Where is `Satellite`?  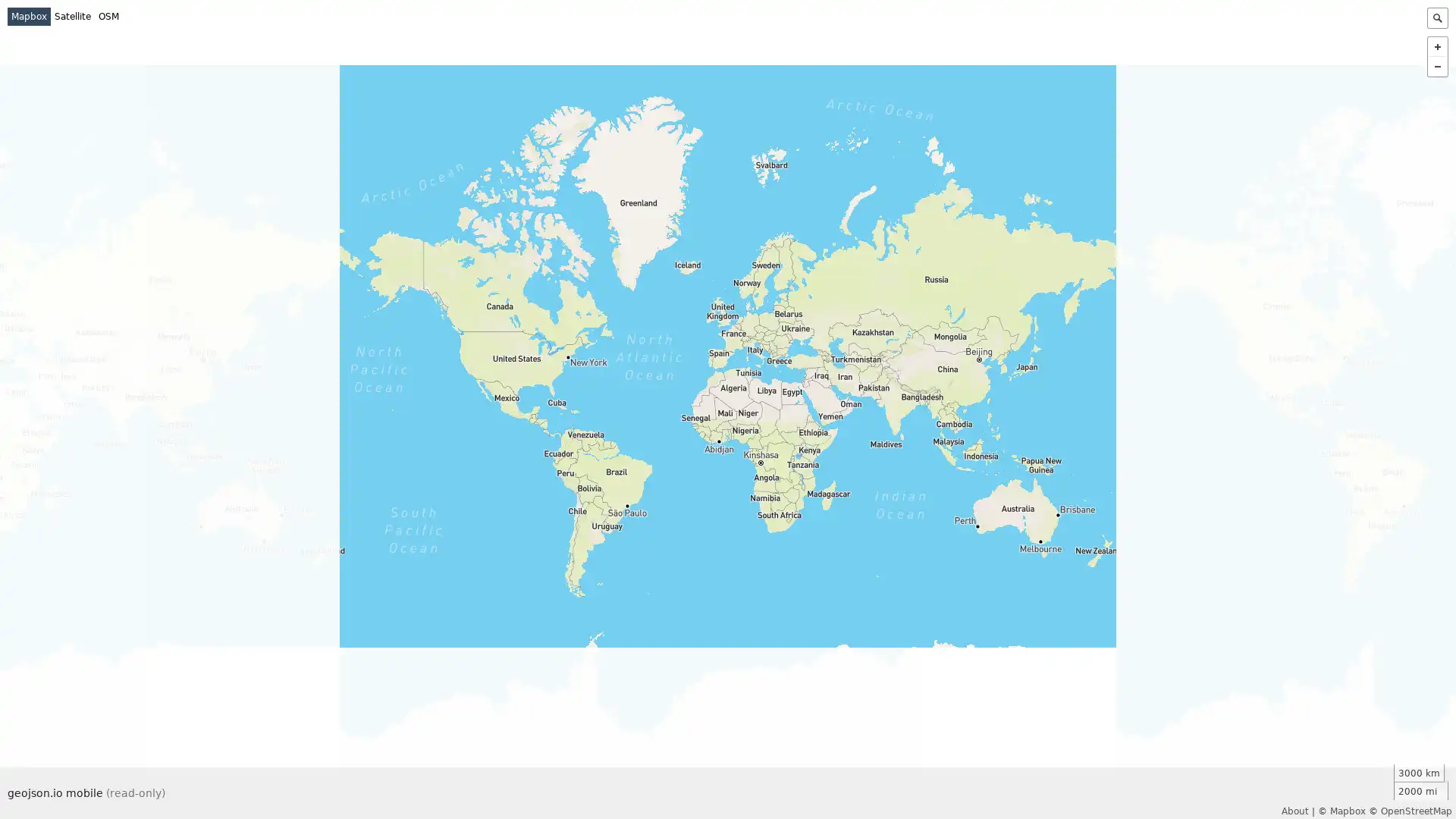 Satellite is located at coordinates (72, 17).